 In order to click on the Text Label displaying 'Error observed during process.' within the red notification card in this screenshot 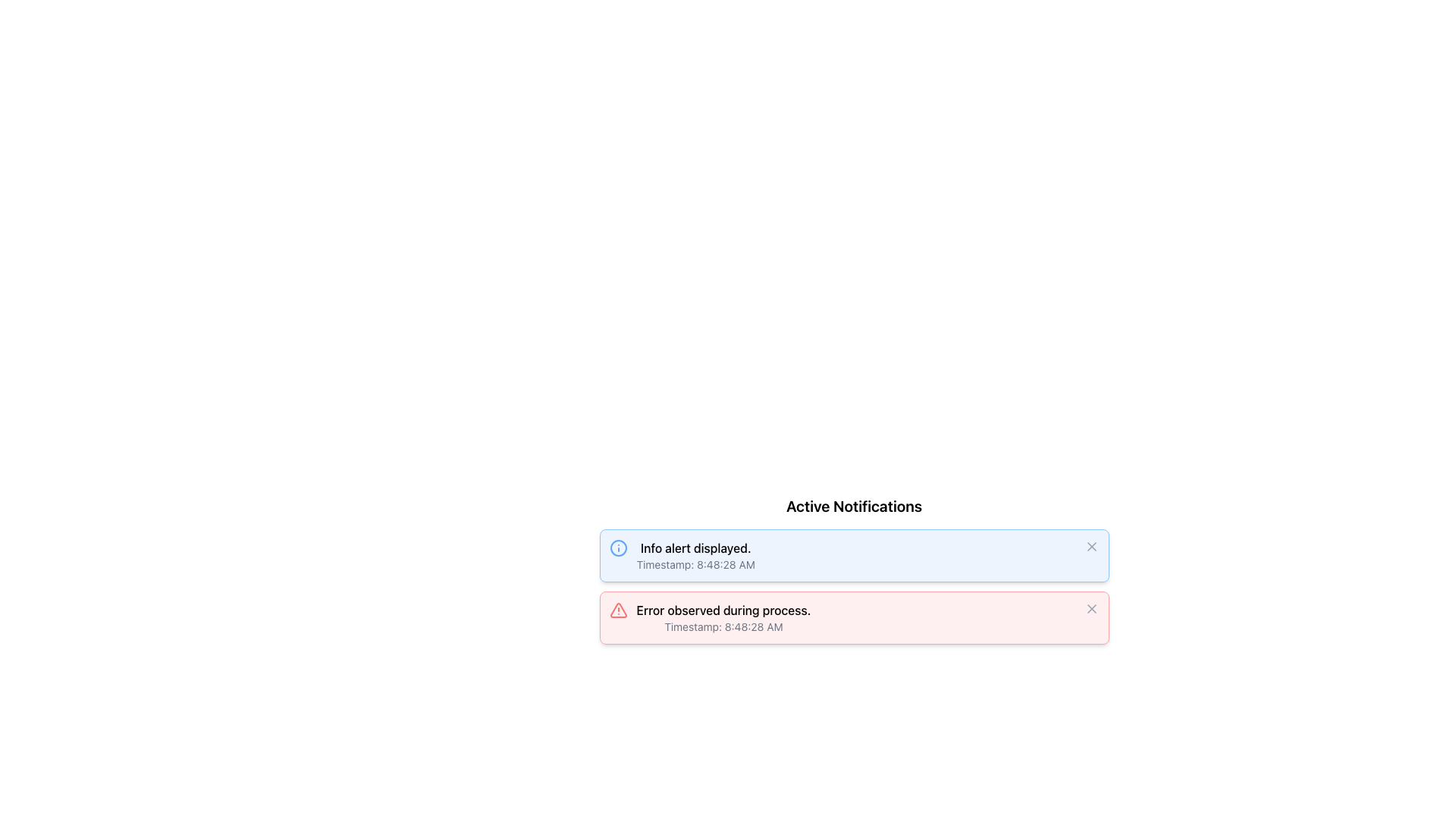, I will do `click(723, 610)`.